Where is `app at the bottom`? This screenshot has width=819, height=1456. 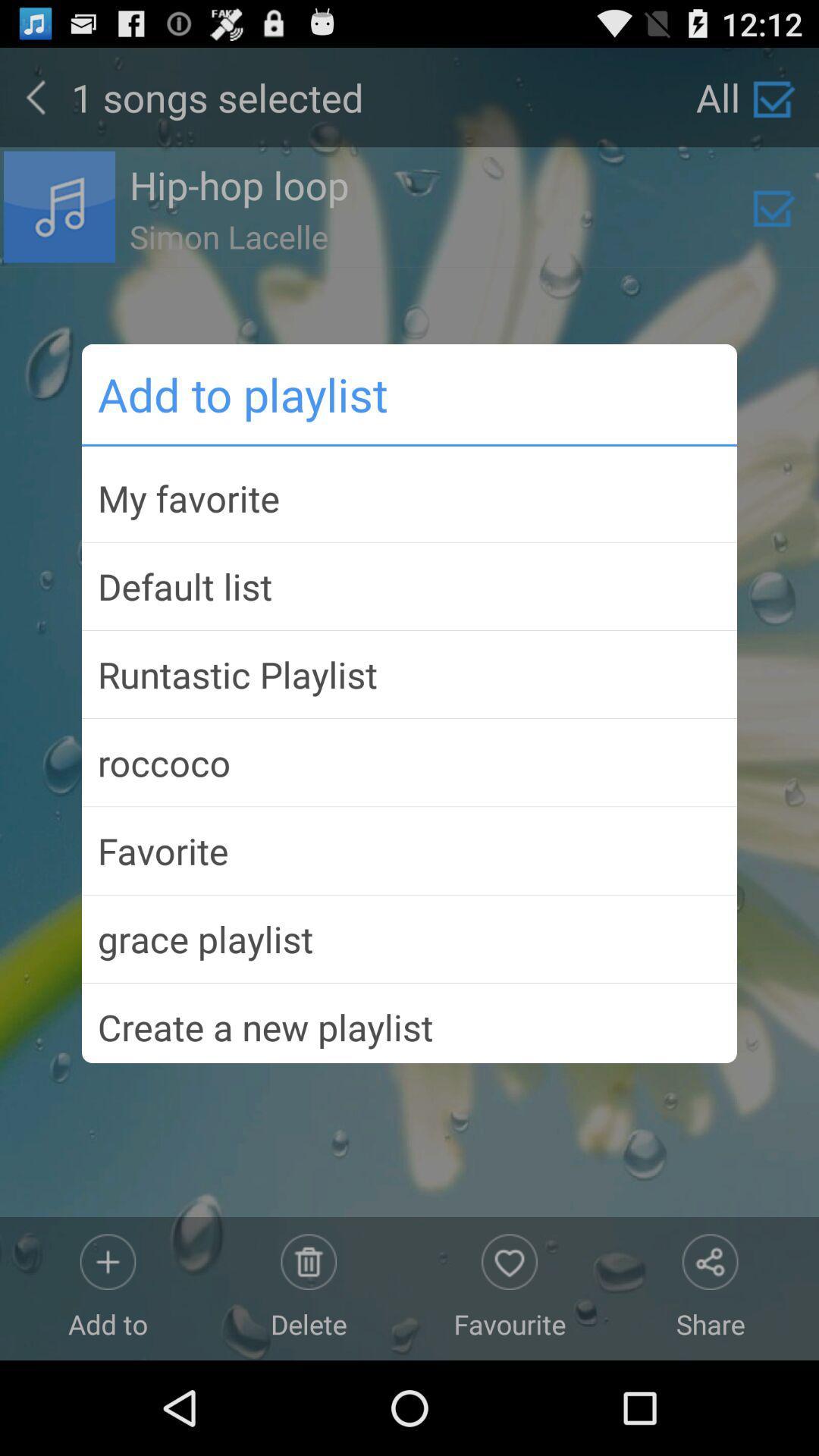 app at the bottom is located at coordinates (409, 1021).